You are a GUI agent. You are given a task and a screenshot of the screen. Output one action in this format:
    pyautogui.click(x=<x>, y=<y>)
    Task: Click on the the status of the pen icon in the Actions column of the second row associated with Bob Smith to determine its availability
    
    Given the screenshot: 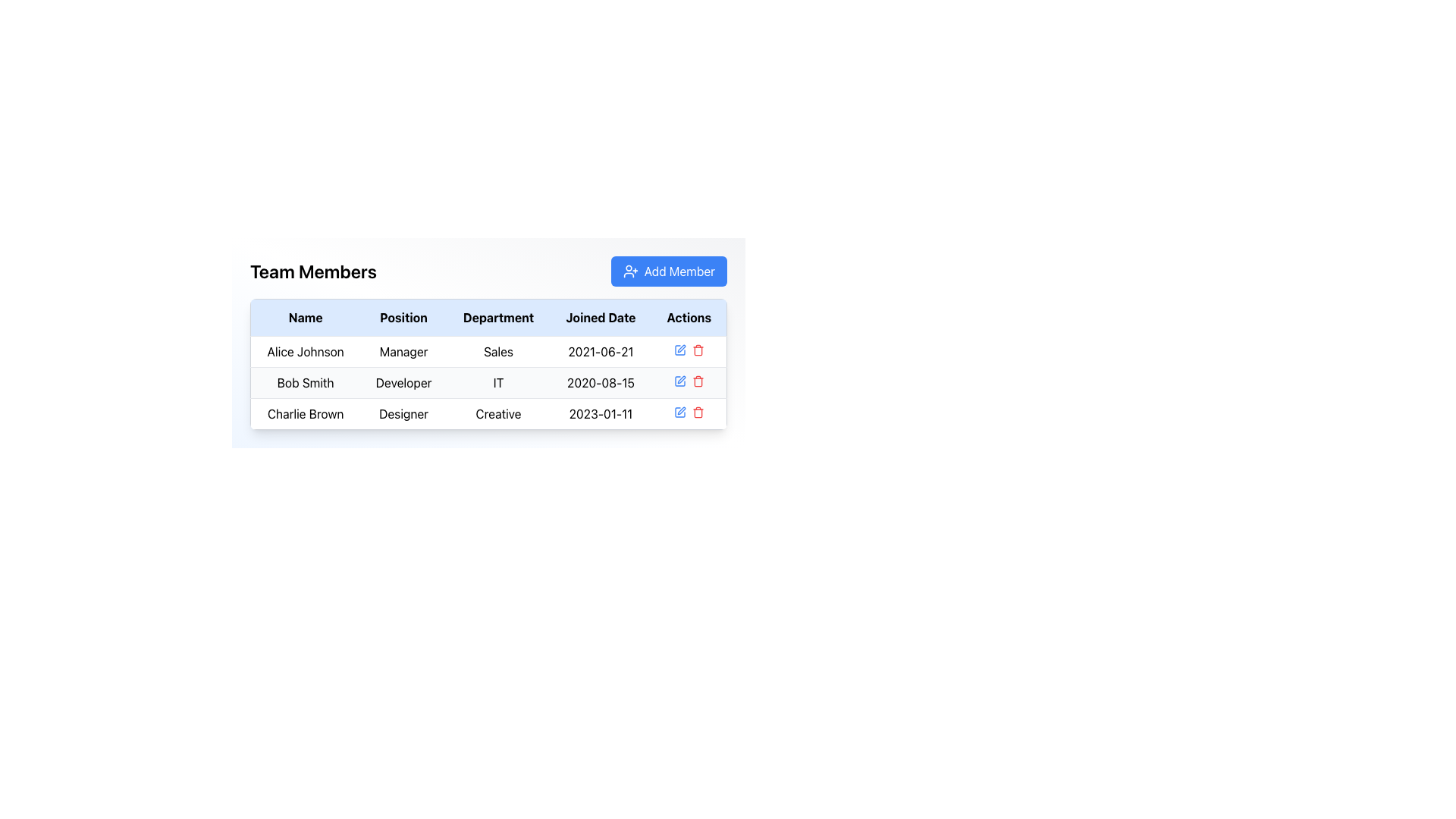 What is the action you would take?
    pyautogui.click(x=680, y=379)
    